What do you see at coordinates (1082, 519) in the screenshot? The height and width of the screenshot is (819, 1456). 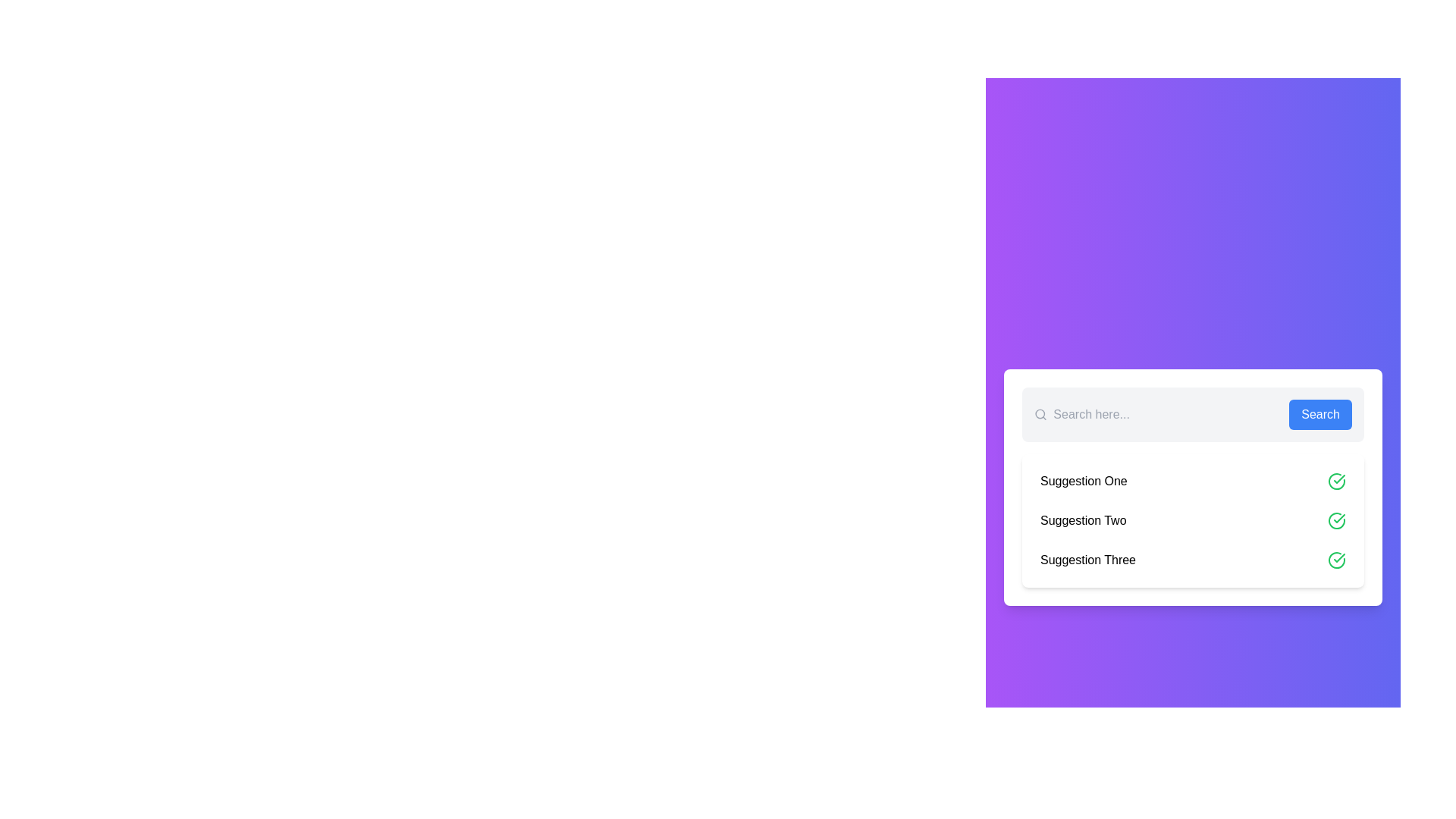 I see `the second text suggestion in the list, which is located beneath 'Suggestion One' and above 'Suggestion Three'` at bounding box center [1082, 519].